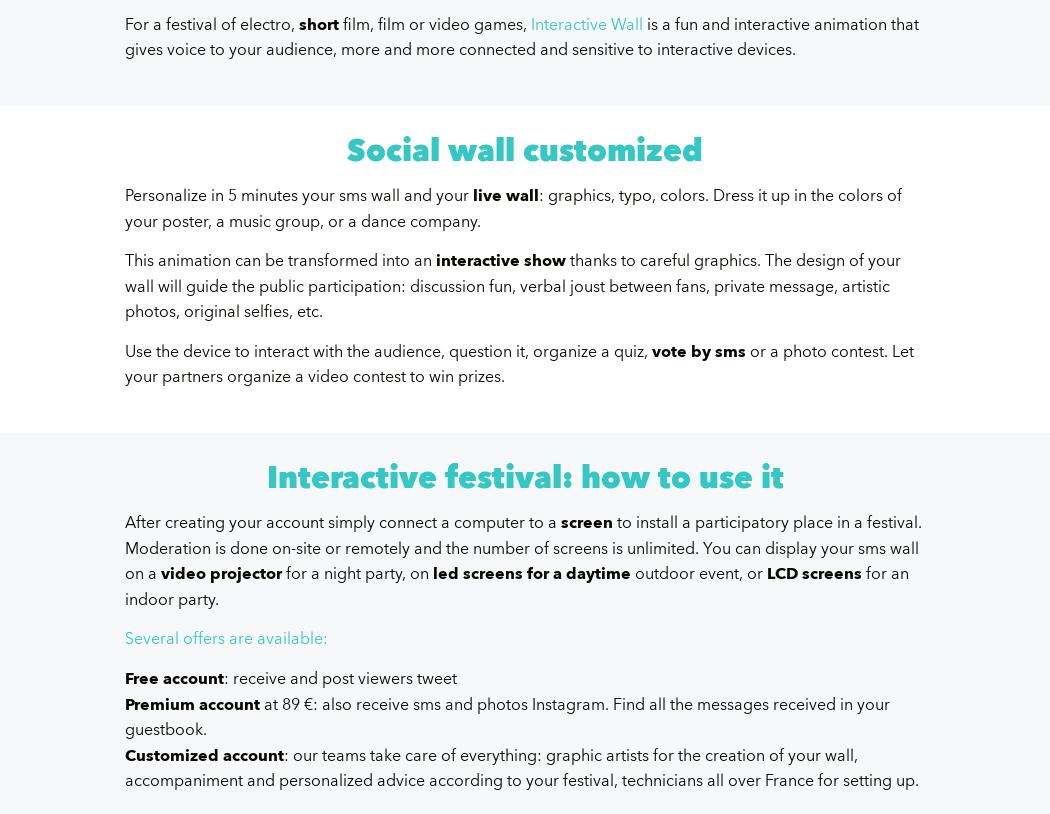 Image resolution: width=1050 pixels, height=814 pixels. I want to click on 'or a photo contest. Let your partners organize a video contest to win prizes.', so click(518, 364).